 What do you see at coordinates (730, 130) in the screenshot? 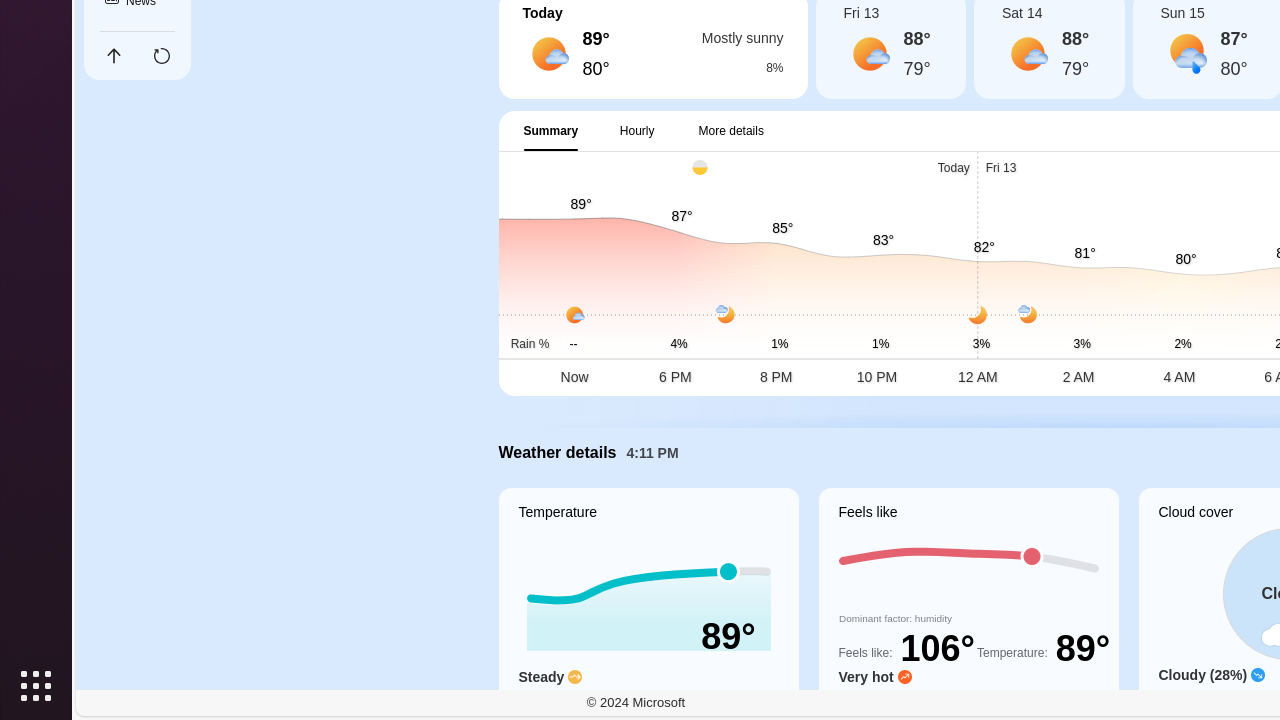
I see `'More details'` at bounding box center [730, 130].